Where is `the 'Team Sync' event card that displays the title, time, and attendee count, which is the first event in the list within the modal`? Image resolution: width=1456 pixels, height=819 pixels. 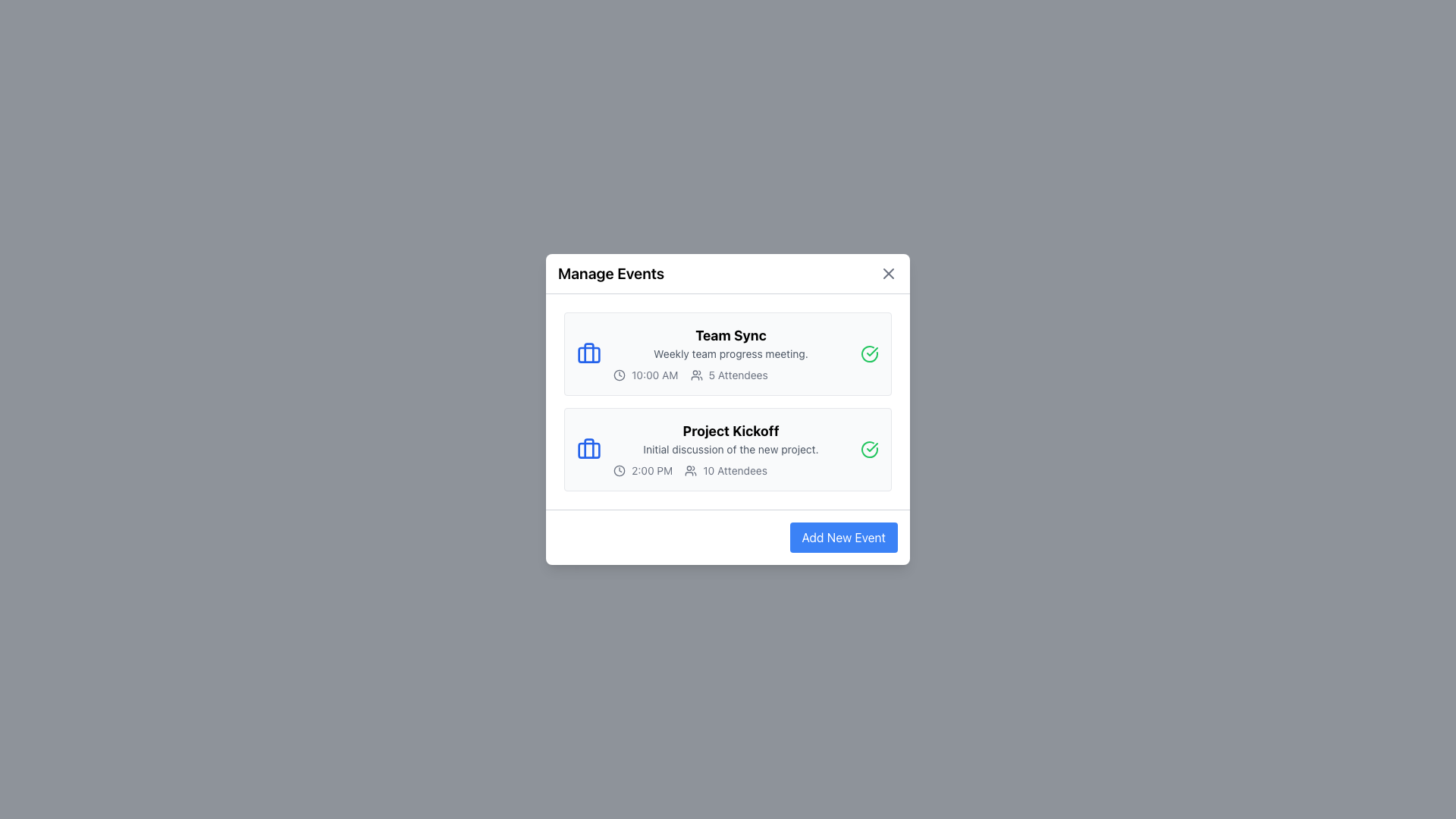
the 'Team Sync' event card that displays the title, time, and attendee count, which is the first event in the list within the modal is located at coordinates (728, 353).